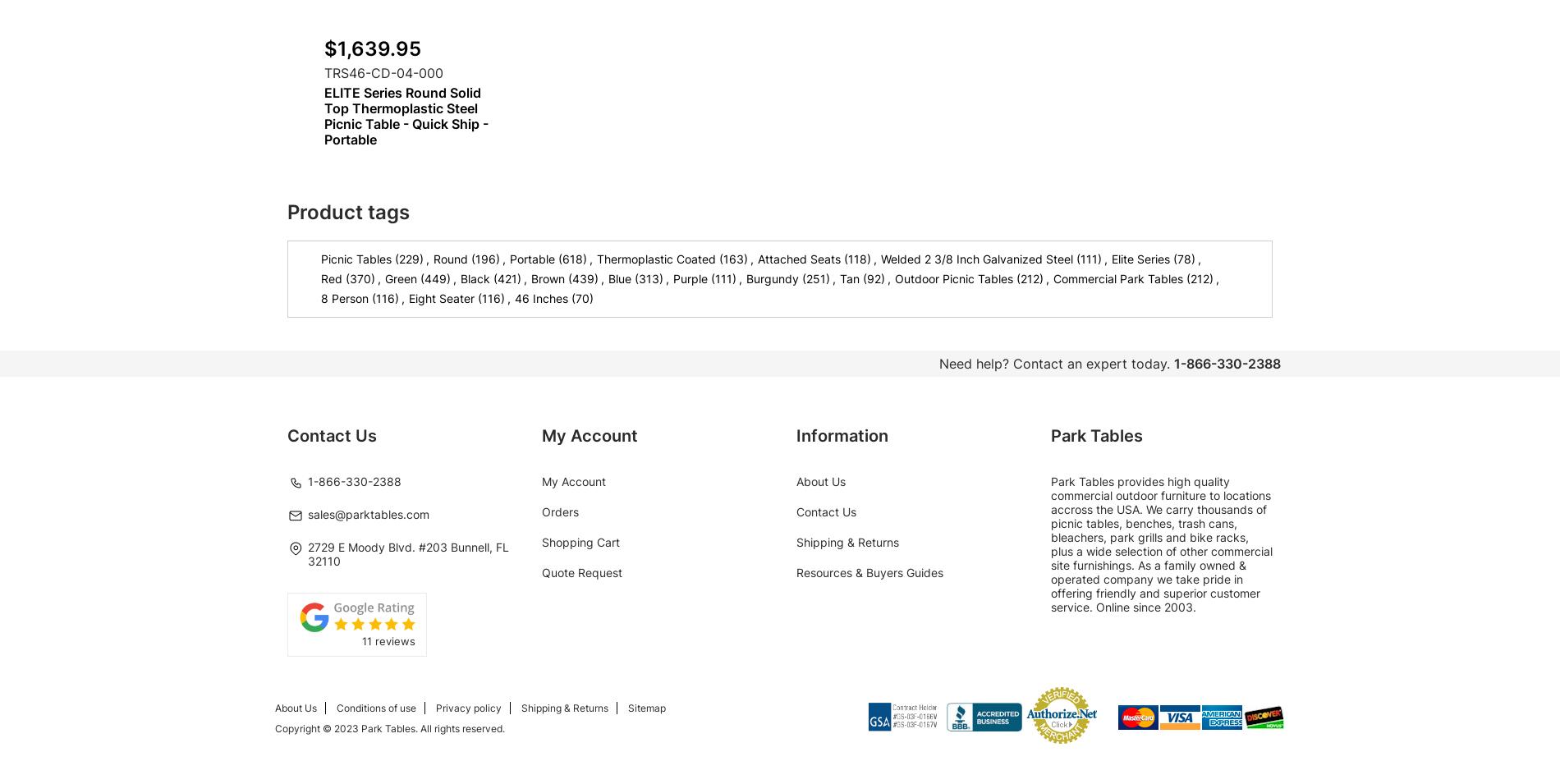  What do you see at coordinates (347, 212) in the screenshot?
I see `'Product tags'` at bounding box center [347, 212].